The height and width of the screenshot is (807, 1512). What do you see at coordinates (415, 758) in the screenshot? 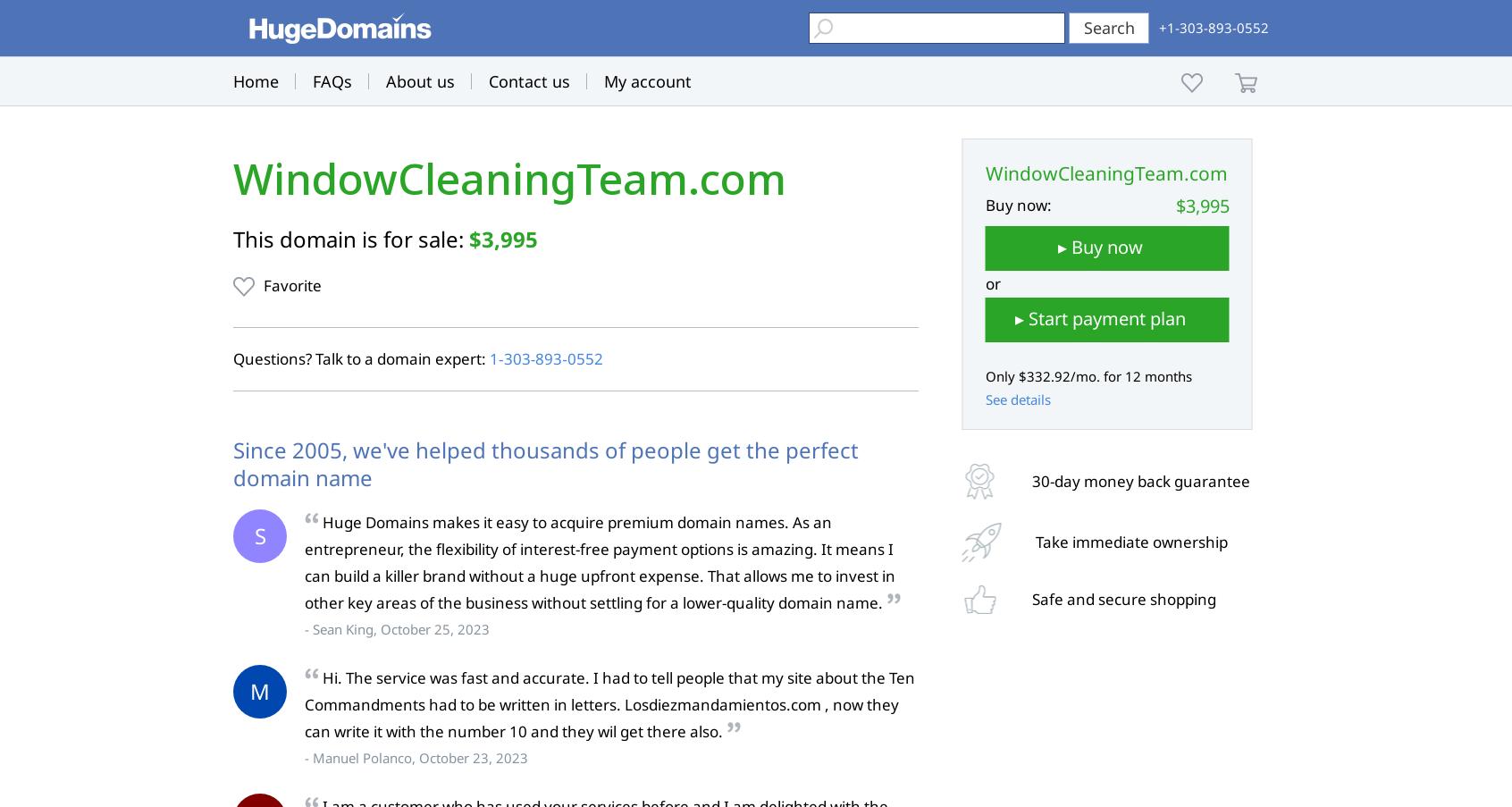
I see `'- Manuel Polanco, October 23, 2023'` at bounding box center [415, 758].